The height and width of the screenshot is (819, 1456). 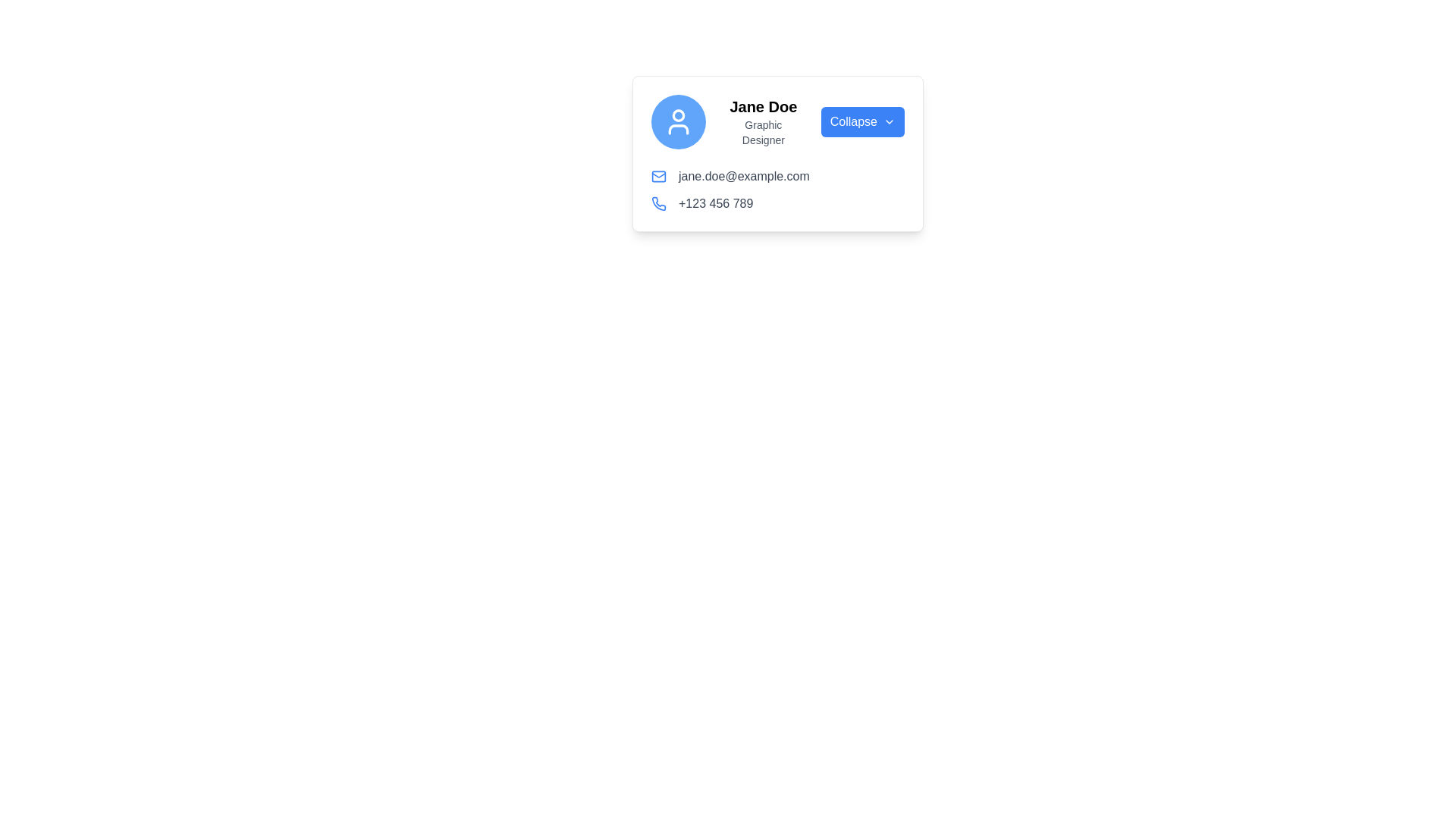 What do you see at coordinates (744, 175) in the screenshot?
I see `the text label displaying 'jane.doe@example.com'` at bounding box center [744, 175].